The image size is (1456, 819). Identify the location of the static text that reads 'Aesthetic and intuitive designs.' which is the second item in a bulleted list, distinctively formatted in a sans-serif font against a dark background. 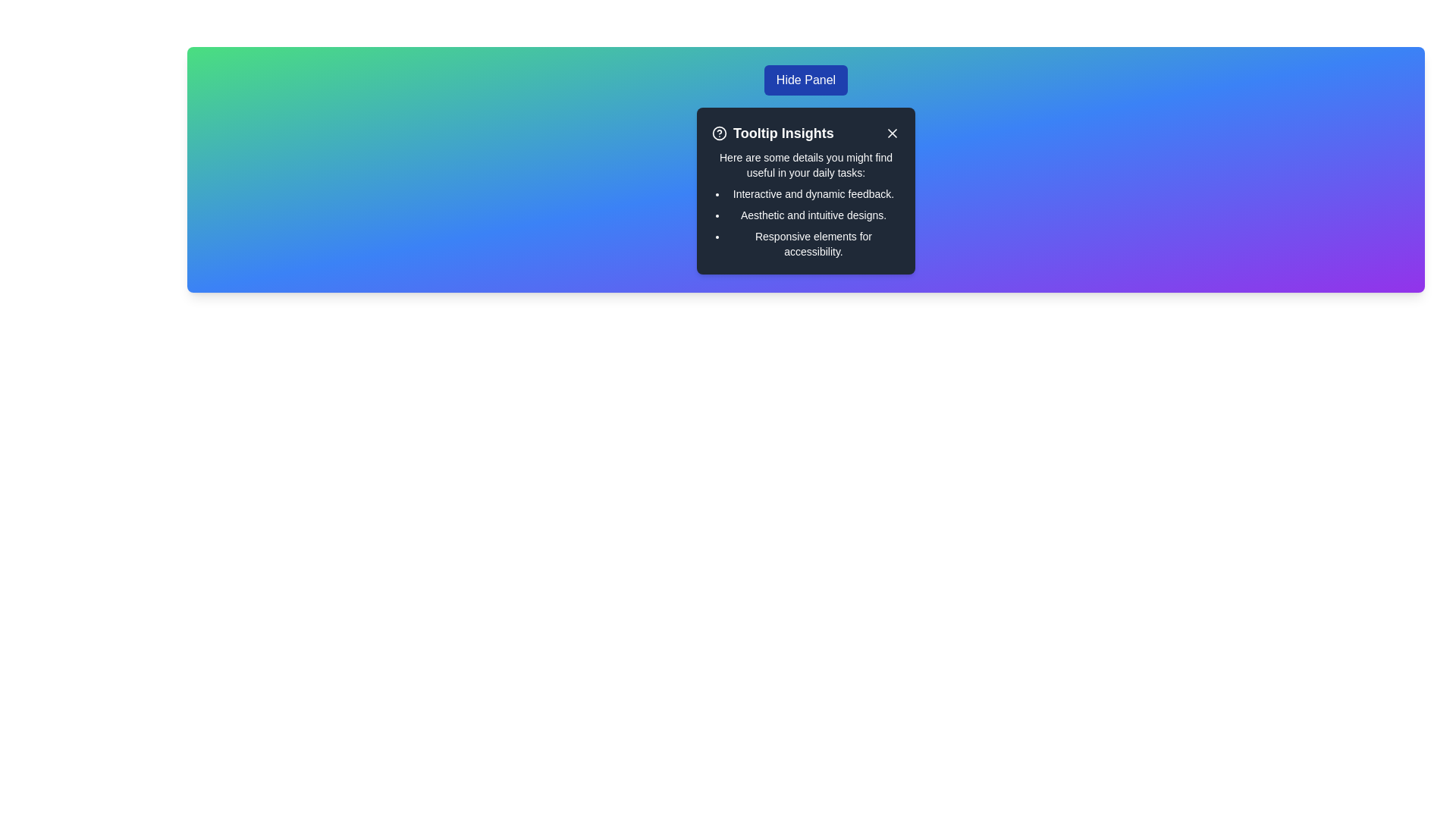
(813, 215).